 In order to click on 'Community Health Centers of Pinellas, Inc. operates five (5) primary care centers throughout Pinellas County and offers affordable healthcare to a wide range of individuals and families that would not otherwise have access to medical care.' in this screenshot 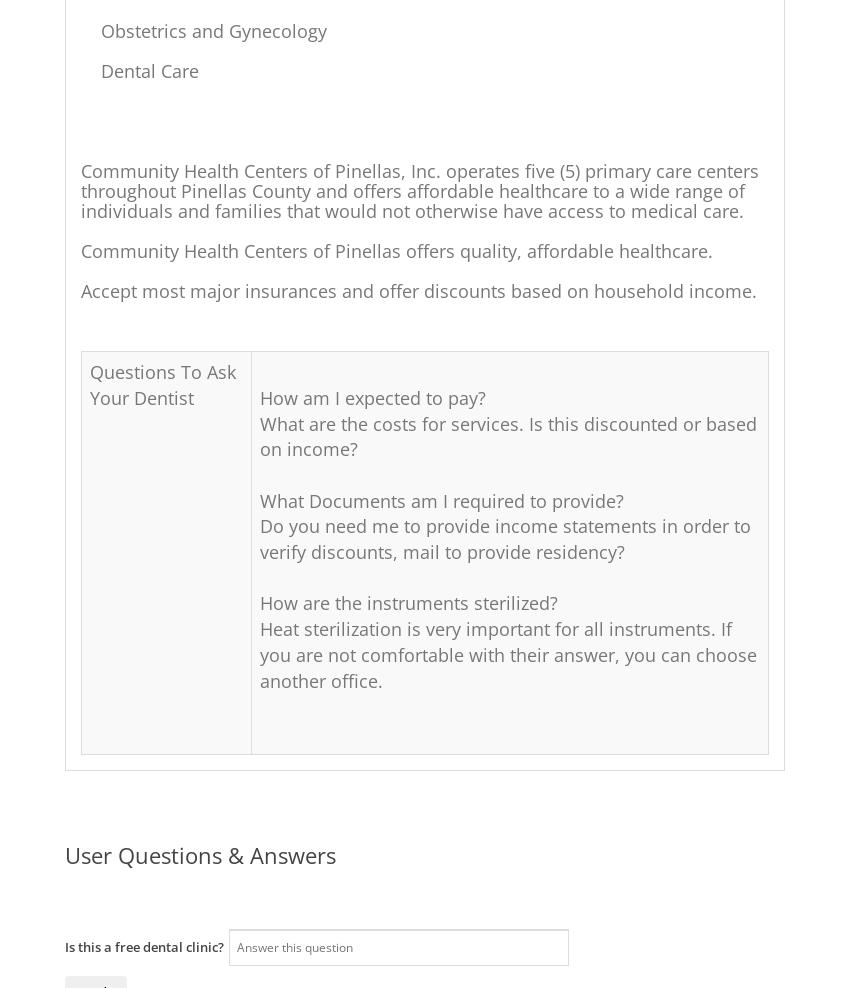, I will do `click(81, 190)`.